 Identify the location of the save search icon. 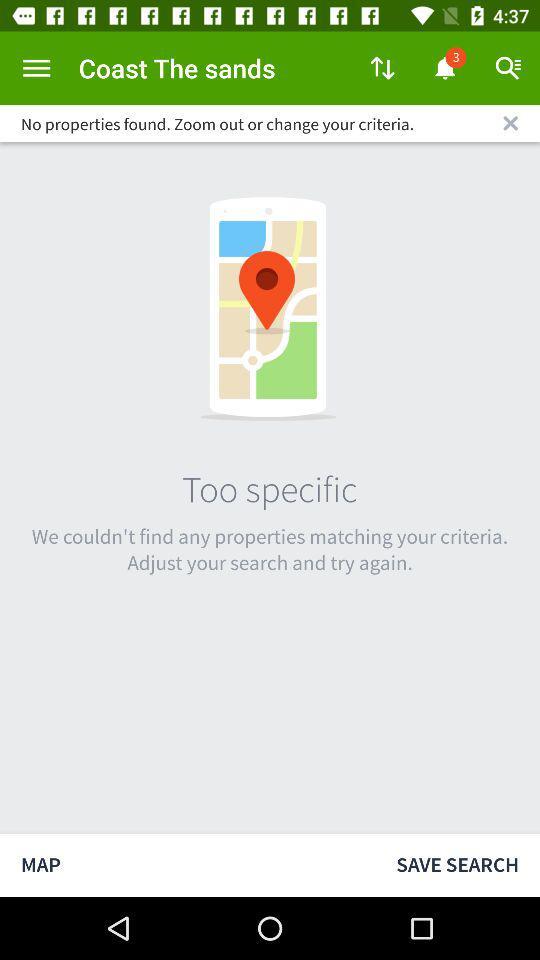
(457, 864).